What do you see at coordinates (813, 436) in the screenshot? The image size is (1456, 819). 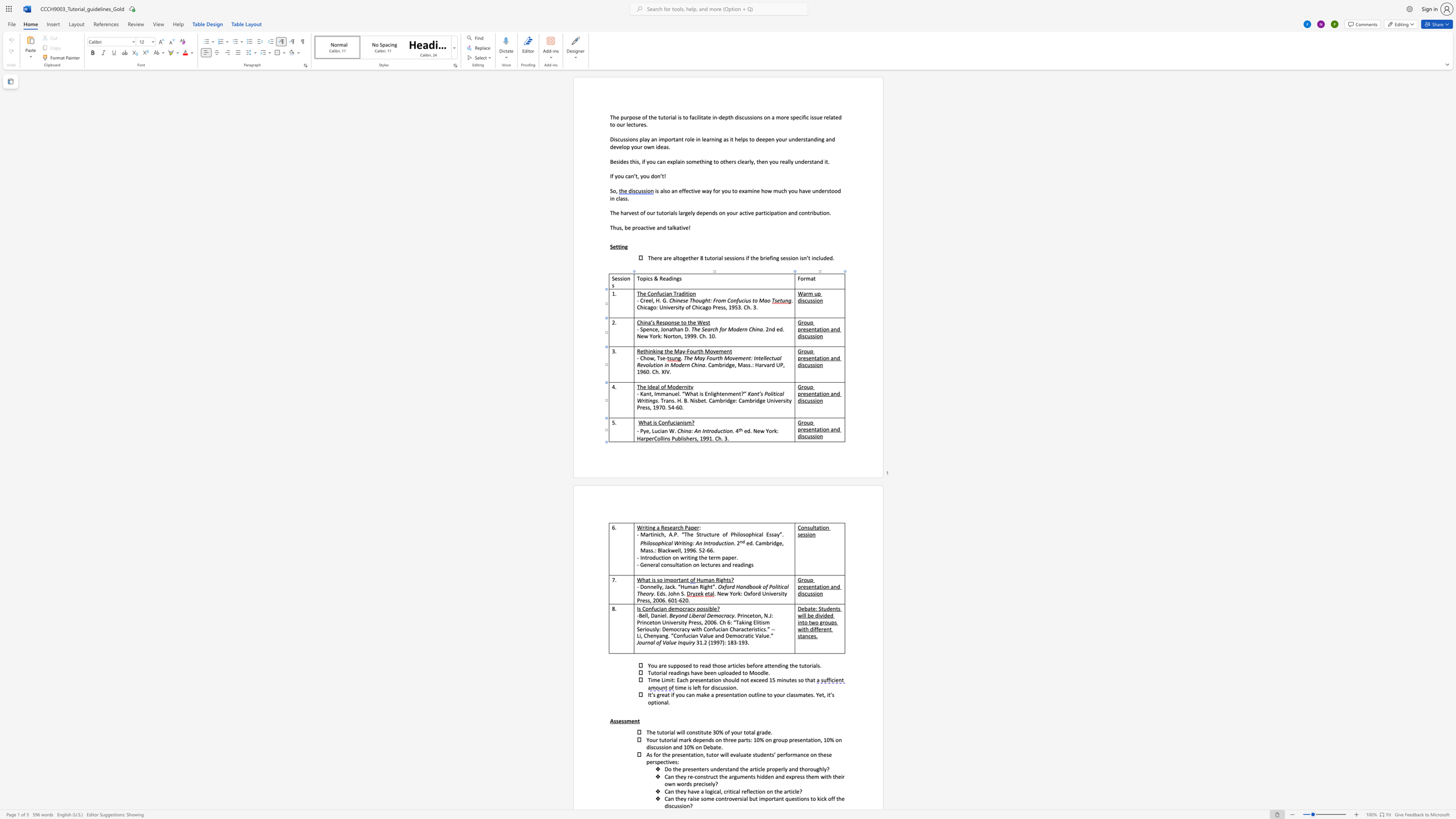 I see `the 4th character "s" in the text` at bounding box center [813, 436].